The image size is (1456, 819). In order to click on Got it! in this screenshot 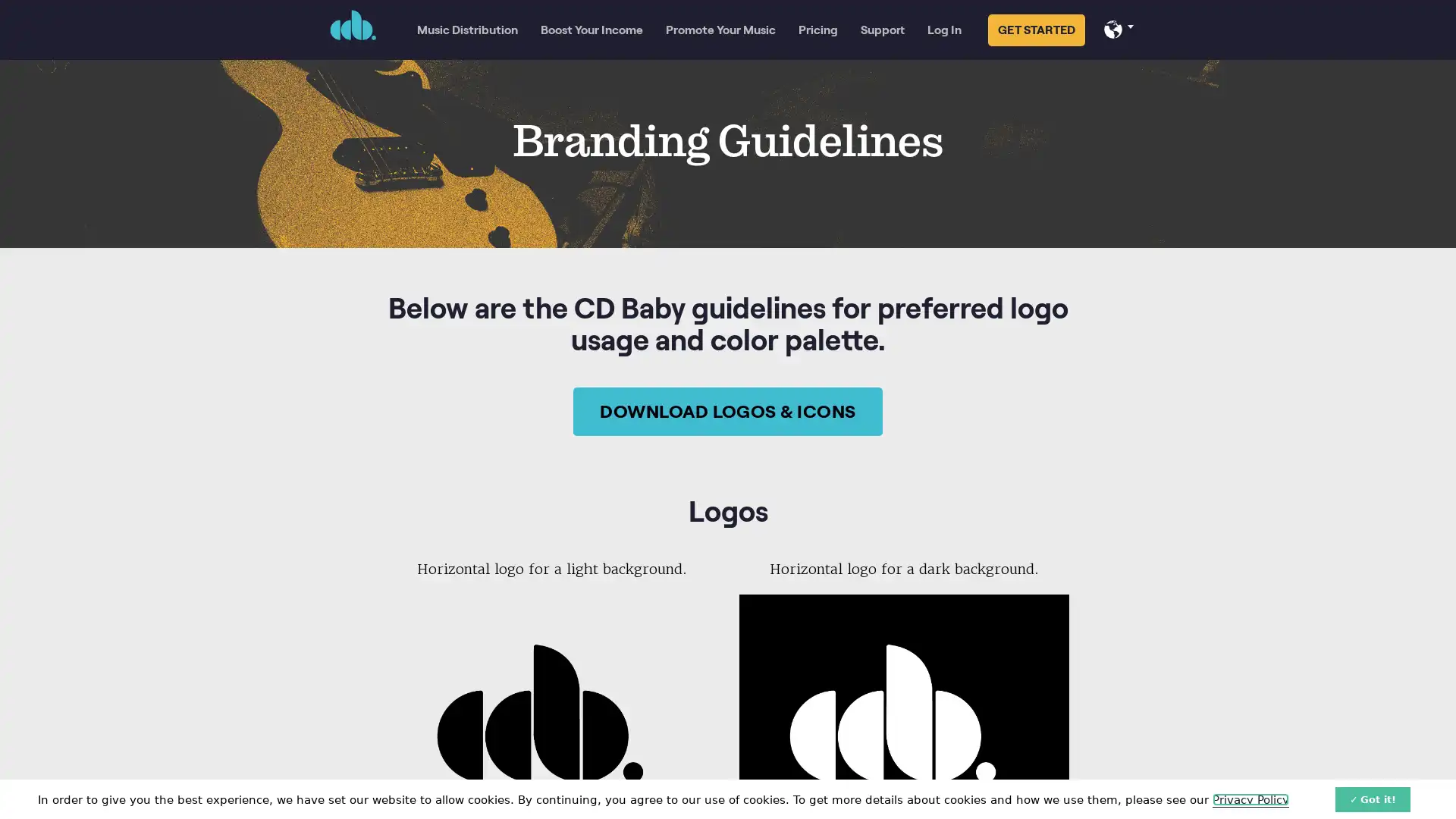, I will do `click(1373, 798)`.